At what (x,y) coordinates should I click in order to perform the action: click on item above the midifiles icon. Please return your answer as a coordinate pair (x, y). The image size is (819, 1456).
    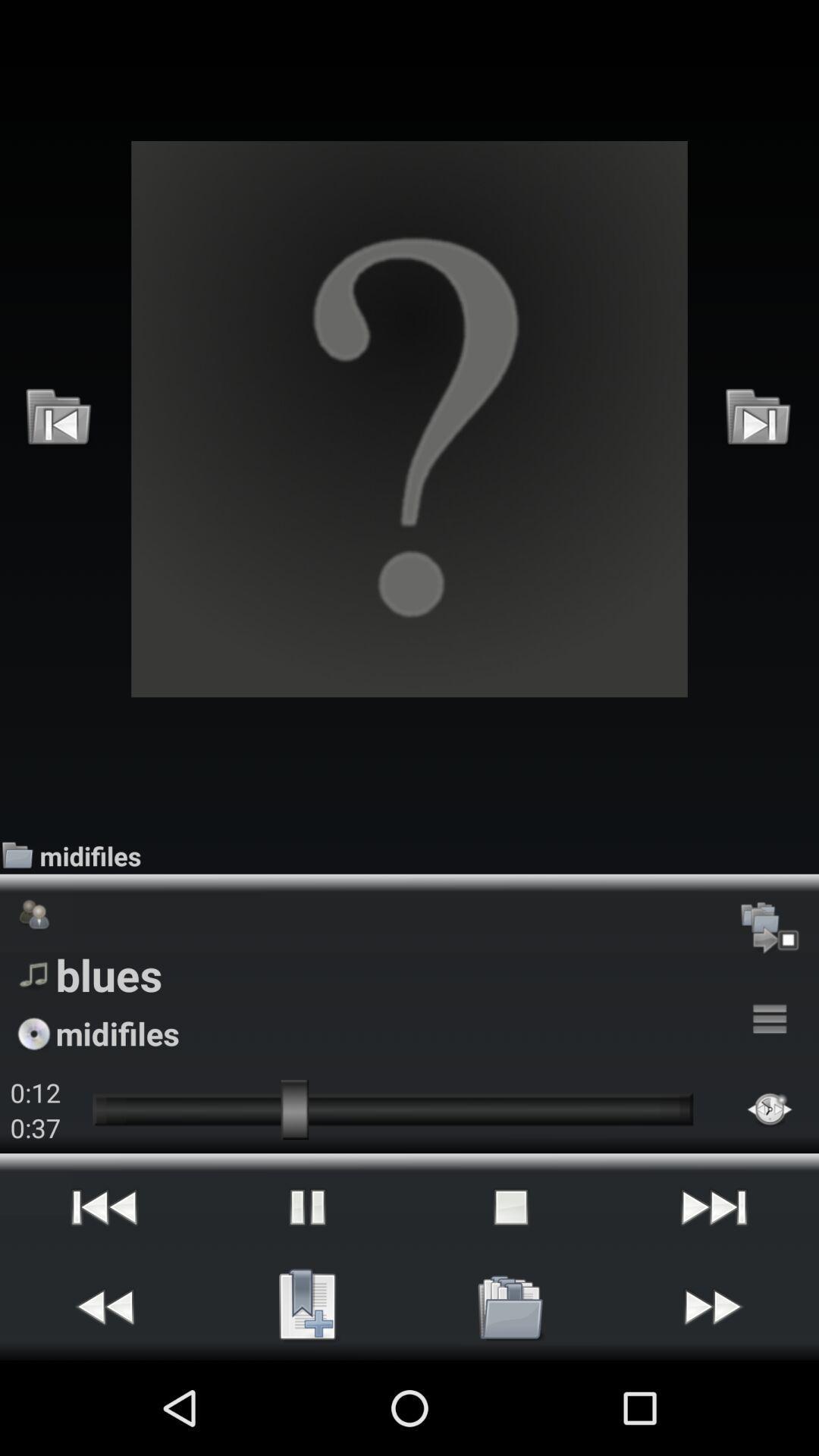
    Looking at the image, I should click on (758, 419).